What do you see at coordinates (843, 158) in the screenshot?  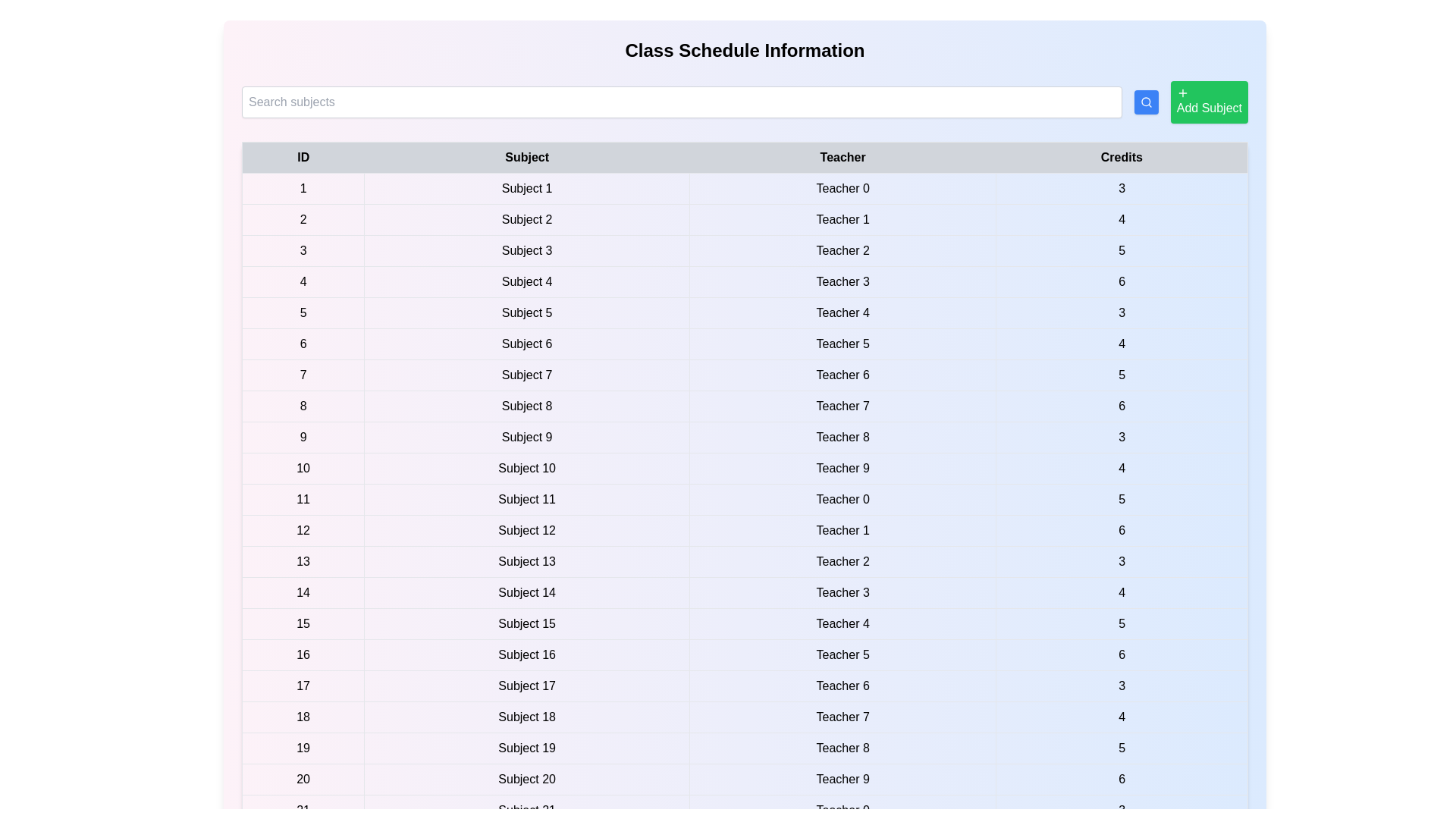 I see `the table header Teacher to sort by that column` at bounding box center [843, 158].